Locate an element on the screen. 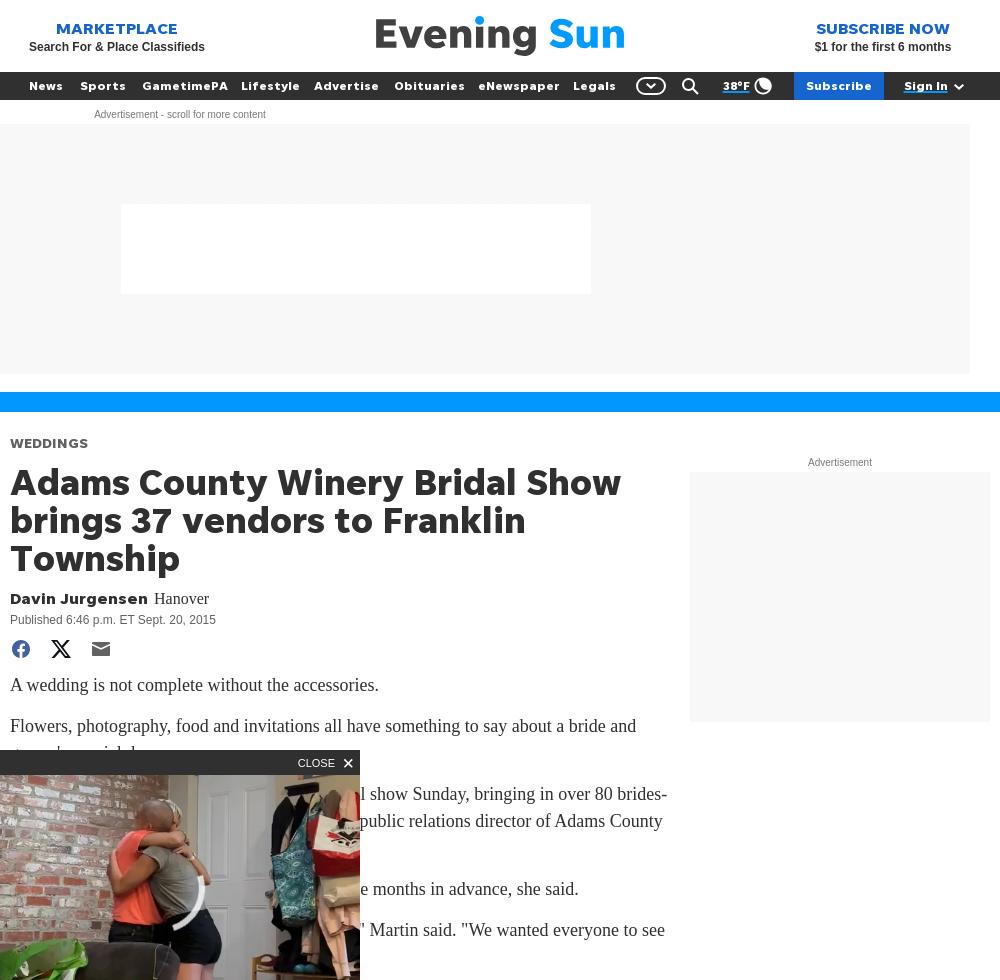  'Sports' is located at coordinates (102, 85).